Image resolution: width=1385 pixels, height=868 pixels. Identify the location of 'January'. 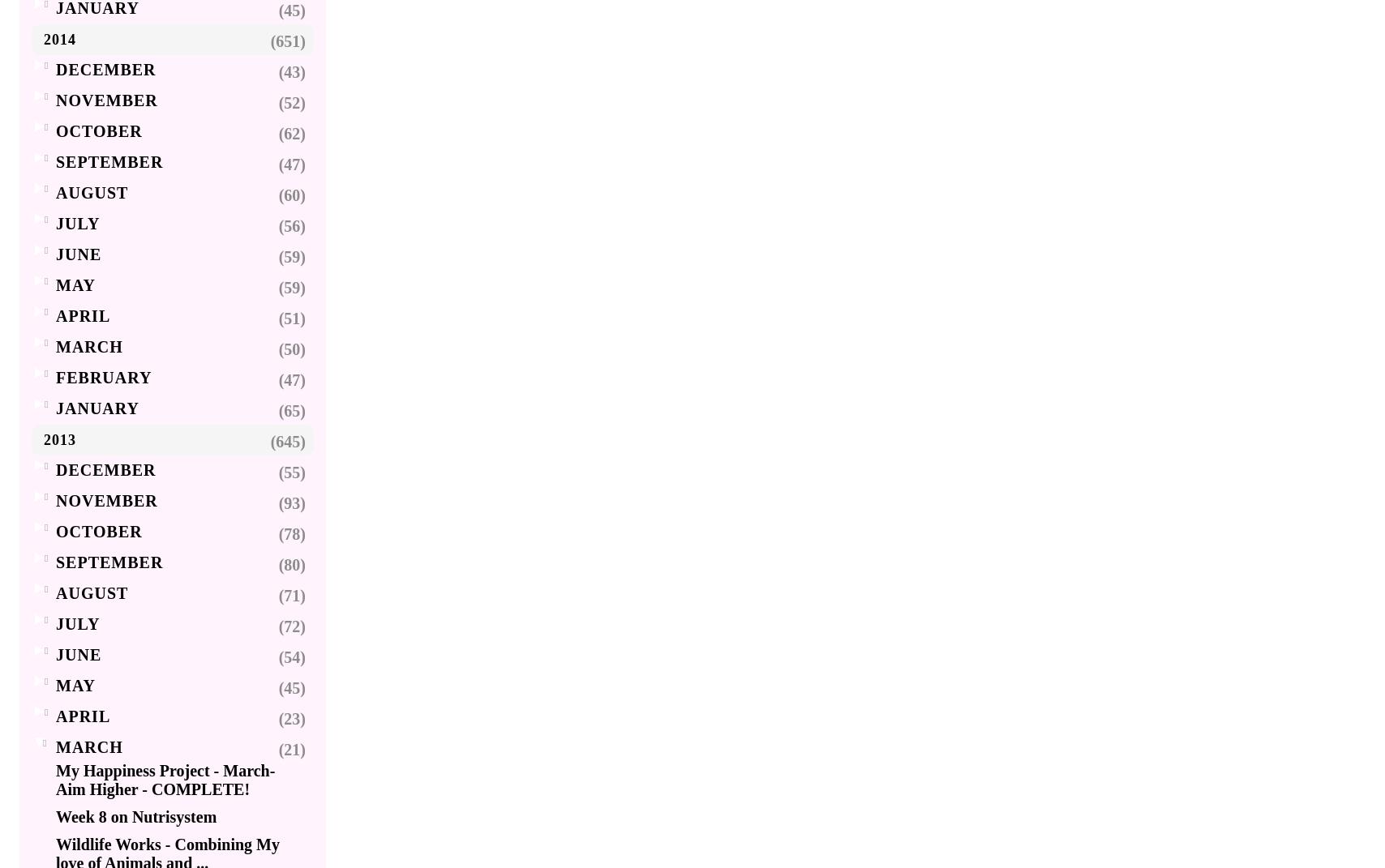
(96, 408).